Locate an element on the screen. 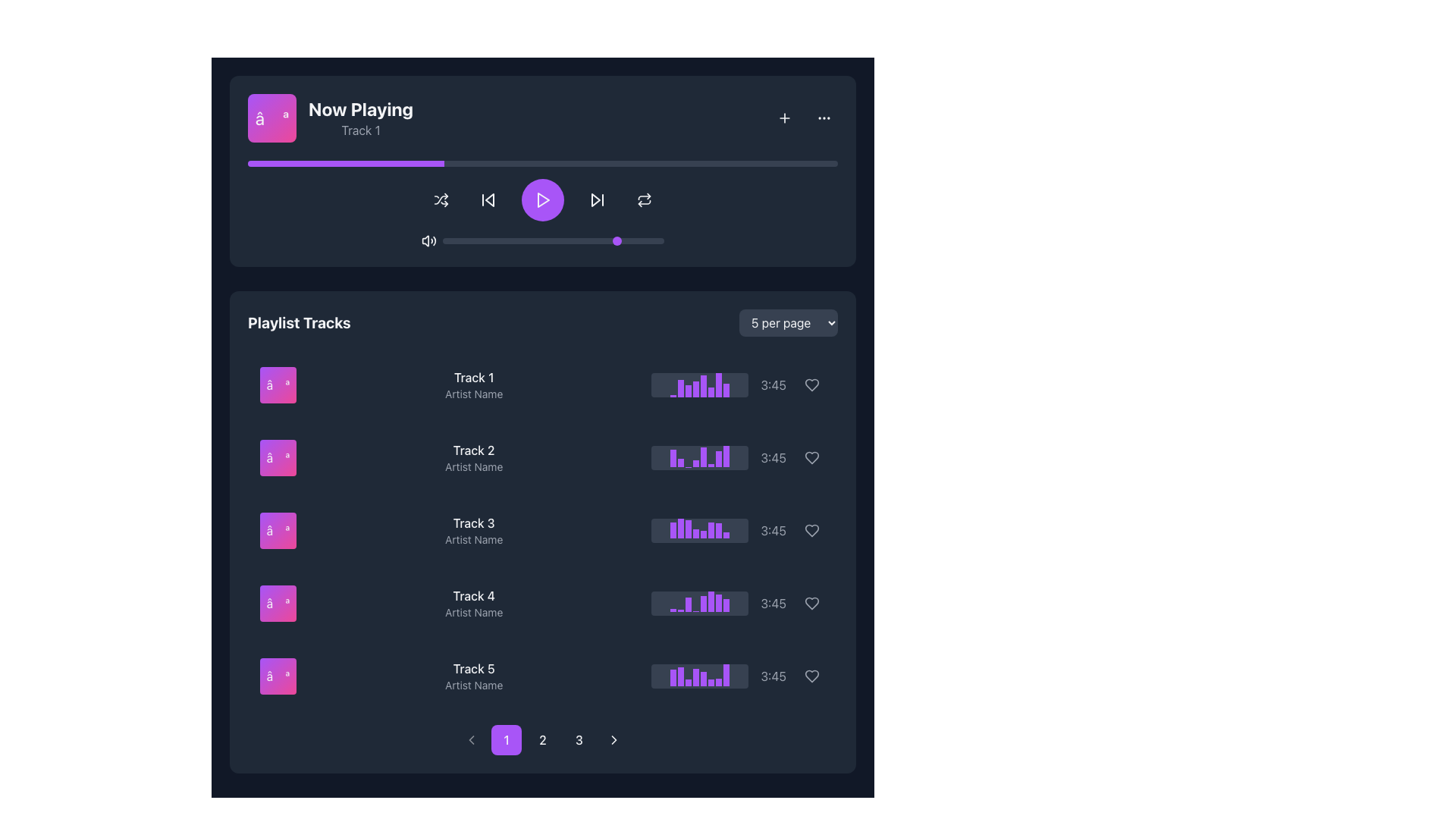 This screenshot has width=1456, height=819. the square icon with a gradient background and a musical note symbol, located in the second row of the track listing, preceding 'Track 2' and 'Artist Name' is located at coordinates (278, 457).